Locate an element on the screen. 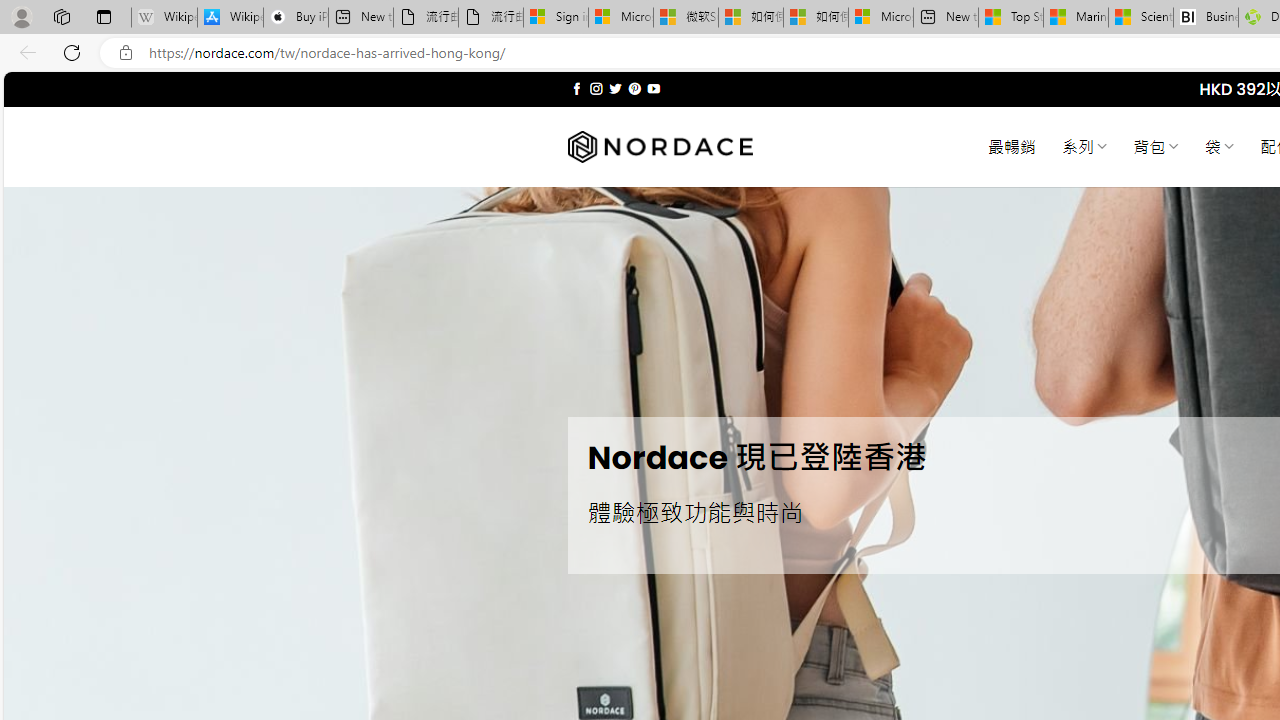 The image size is (1280, 720). 'Follow on YouTube' is located at coordinates (653, 88).